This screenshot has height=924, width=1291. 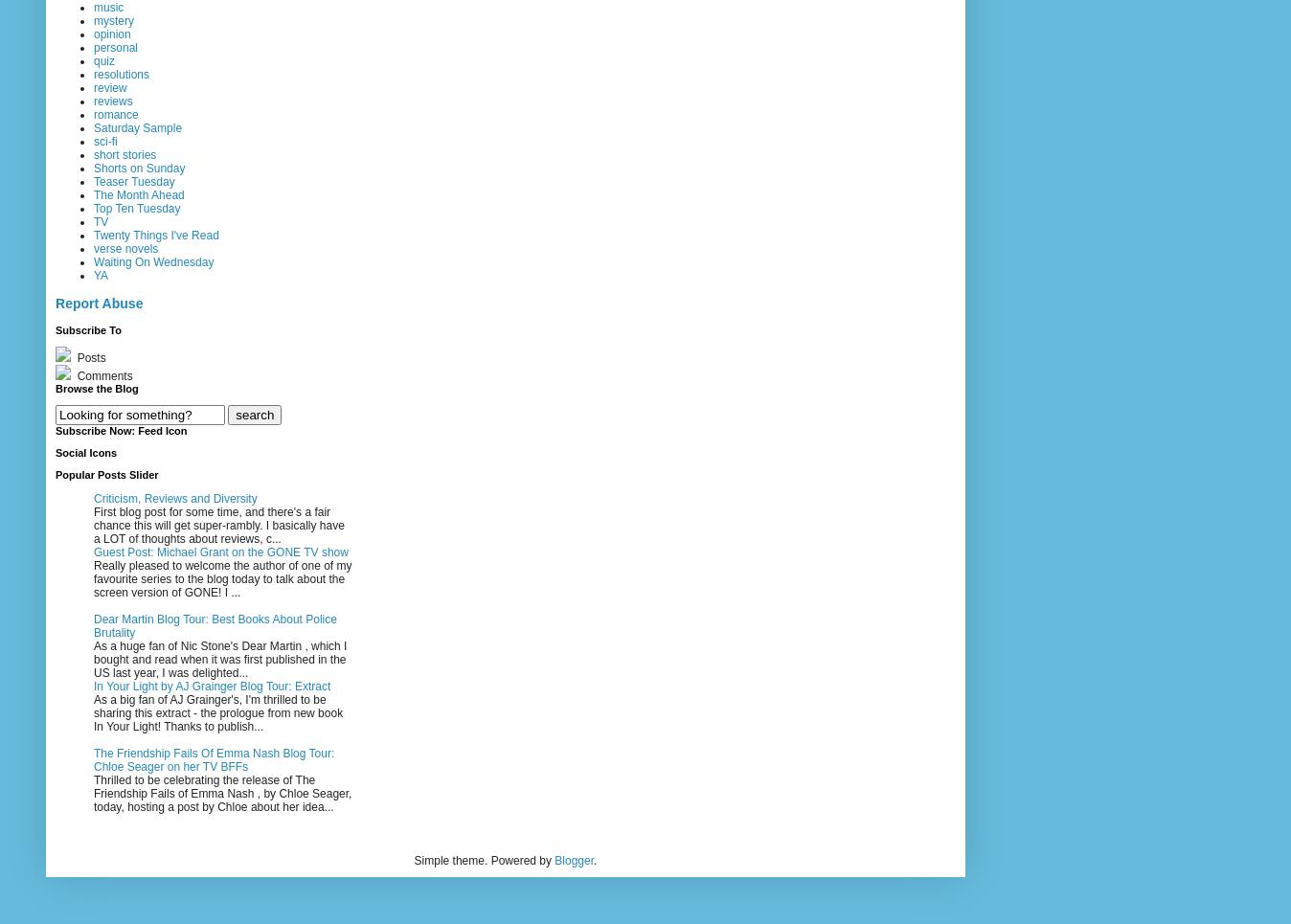 I want to click on 'review', so click(x=92, y=86).